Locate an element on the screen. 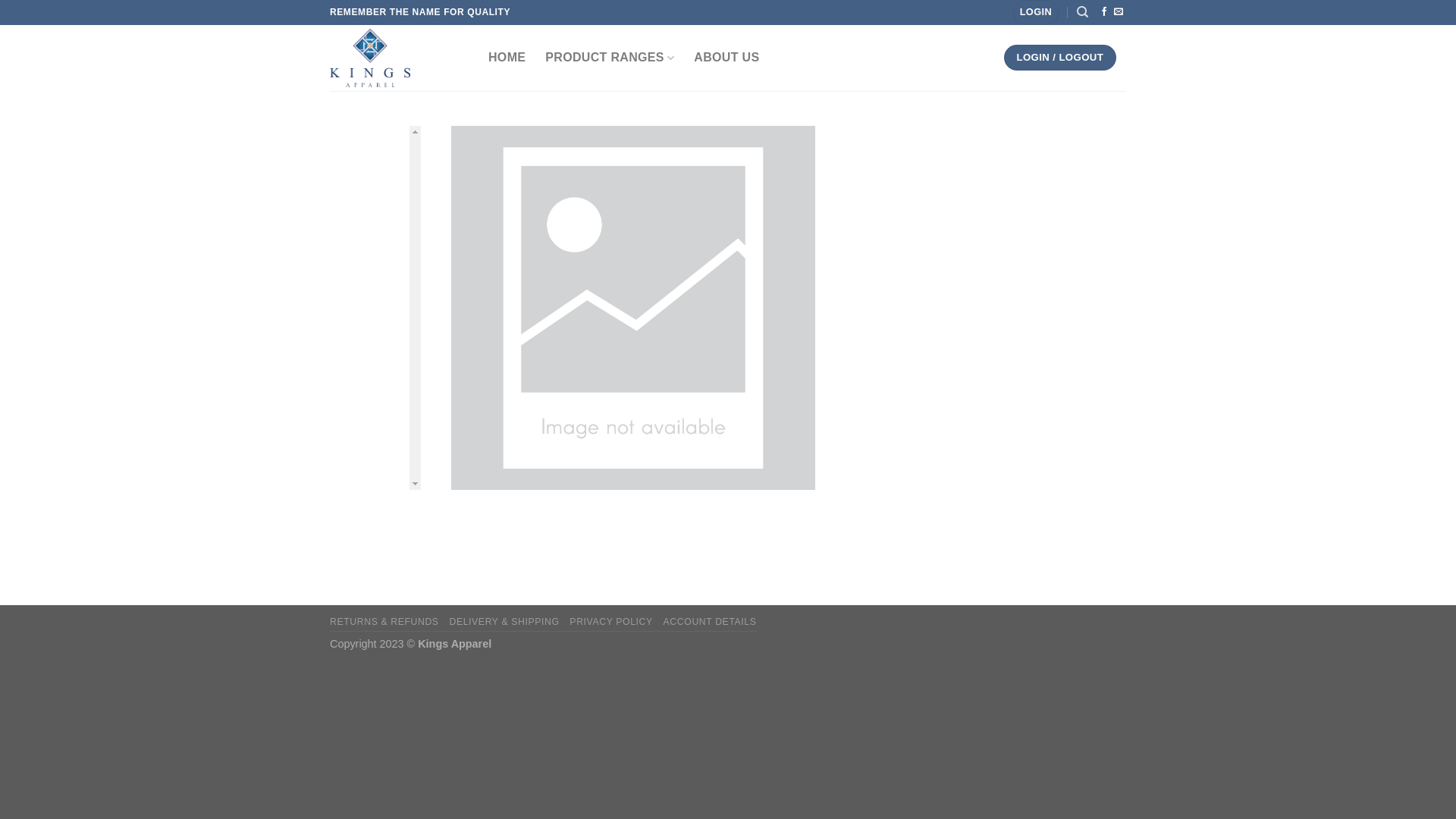 The height and width of the screenshot is (819, 1456). 'PRODUCT RANGES' is located at coordinates (545, 57).